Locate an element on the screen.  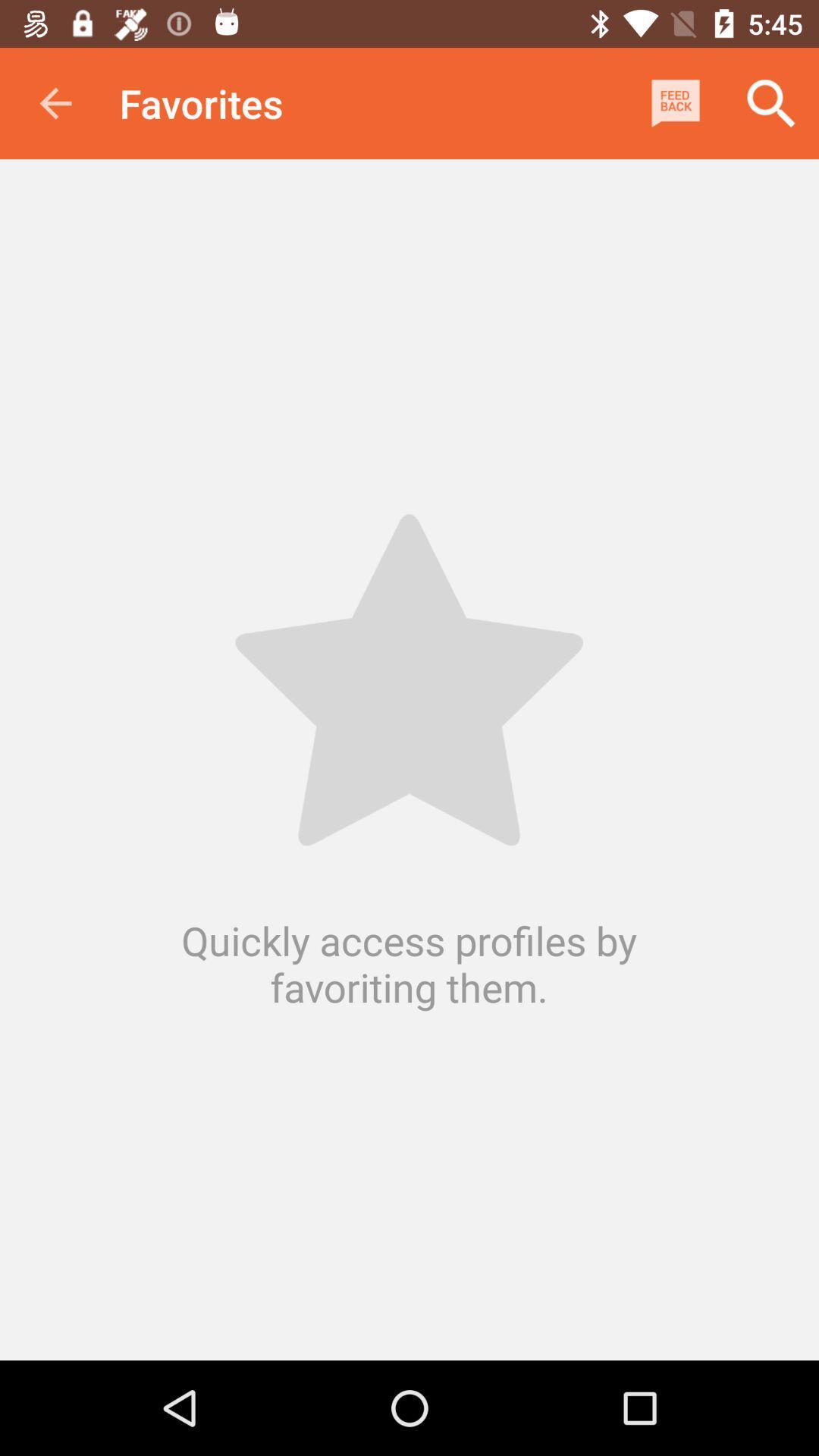
the item next to favorites icon is located at coordinates (675, 102).